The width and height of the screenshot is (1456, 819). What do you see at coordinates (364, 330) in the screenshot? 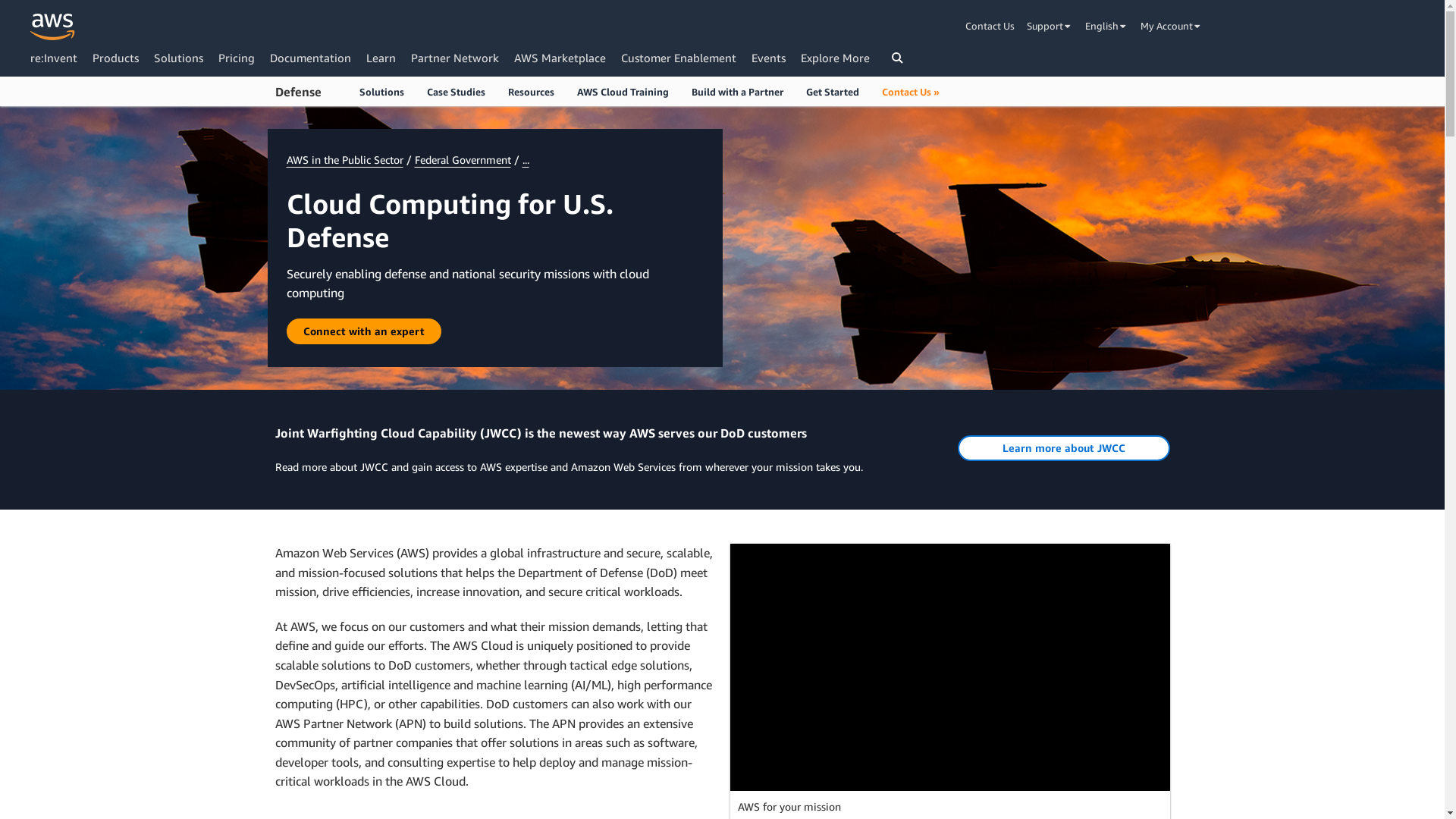
I see `'Connect with an expert'` at bounding box center [364, 330].